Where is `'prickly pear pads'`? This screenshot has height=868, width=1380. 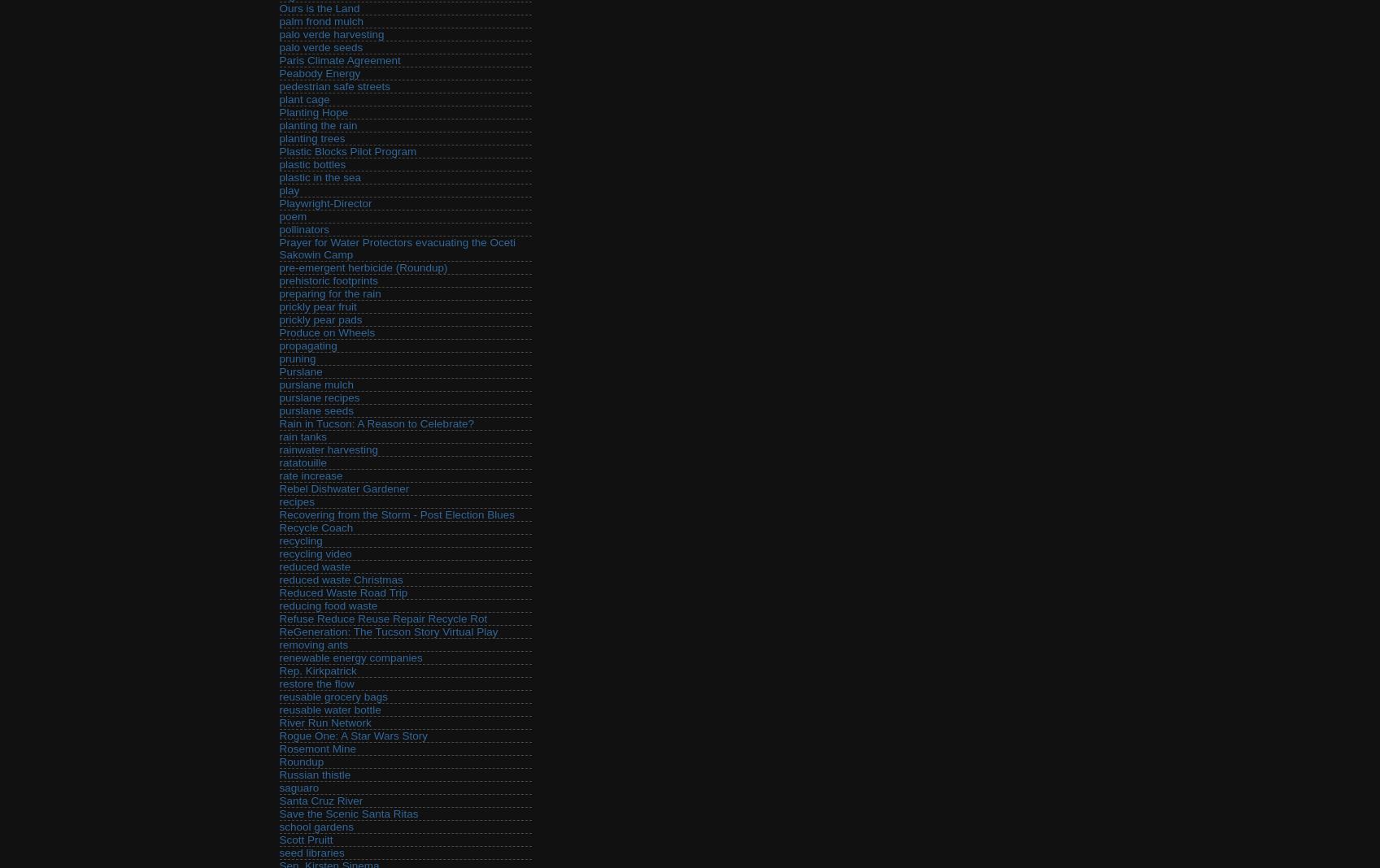
'prickly pear pads' is located at coordinates (320, 319).